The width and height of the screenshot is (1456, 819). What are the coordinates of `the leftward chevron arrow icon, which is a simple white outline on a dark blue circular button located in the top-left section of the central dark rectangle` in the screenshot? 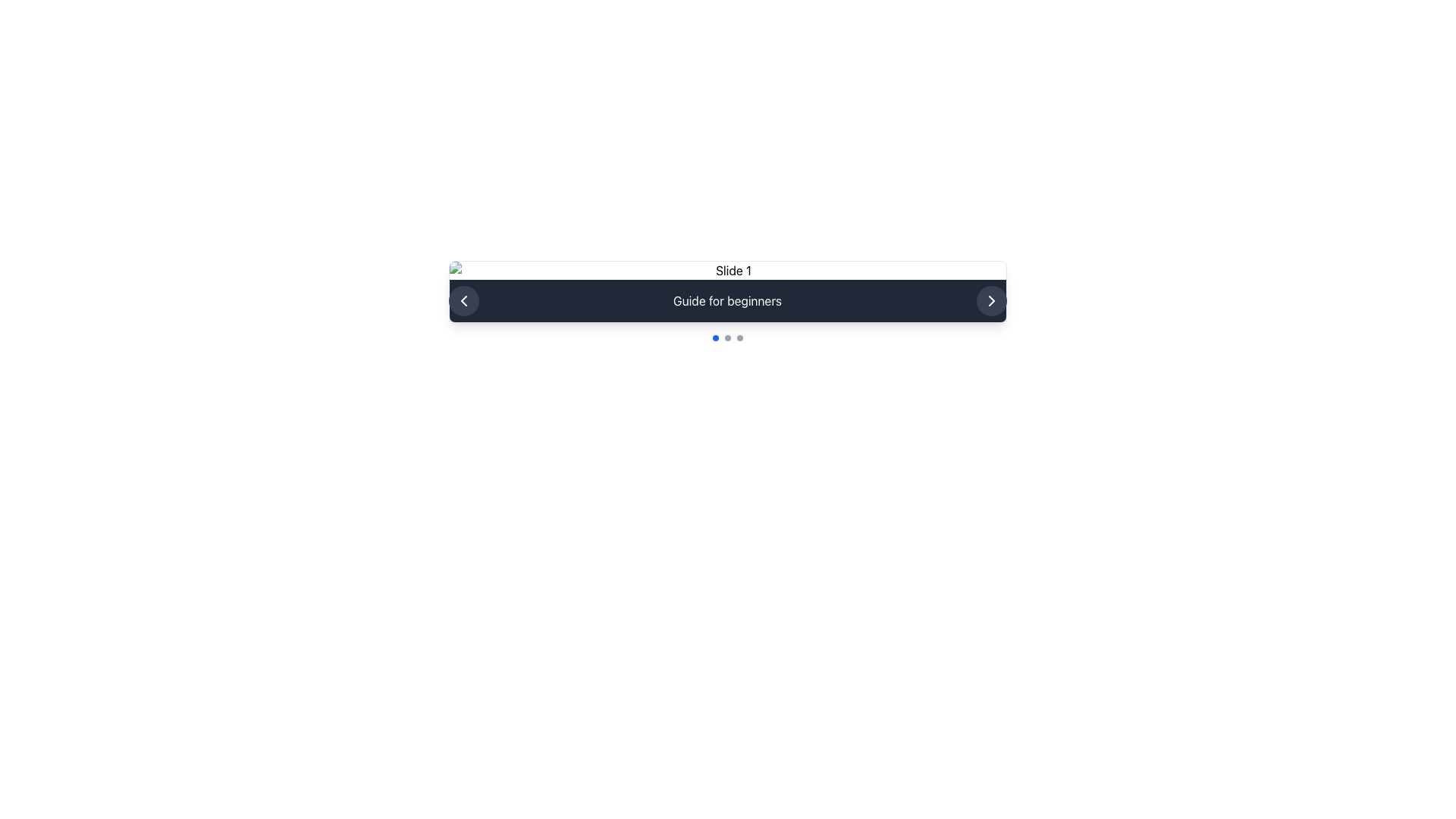 It's located at (463, 301).